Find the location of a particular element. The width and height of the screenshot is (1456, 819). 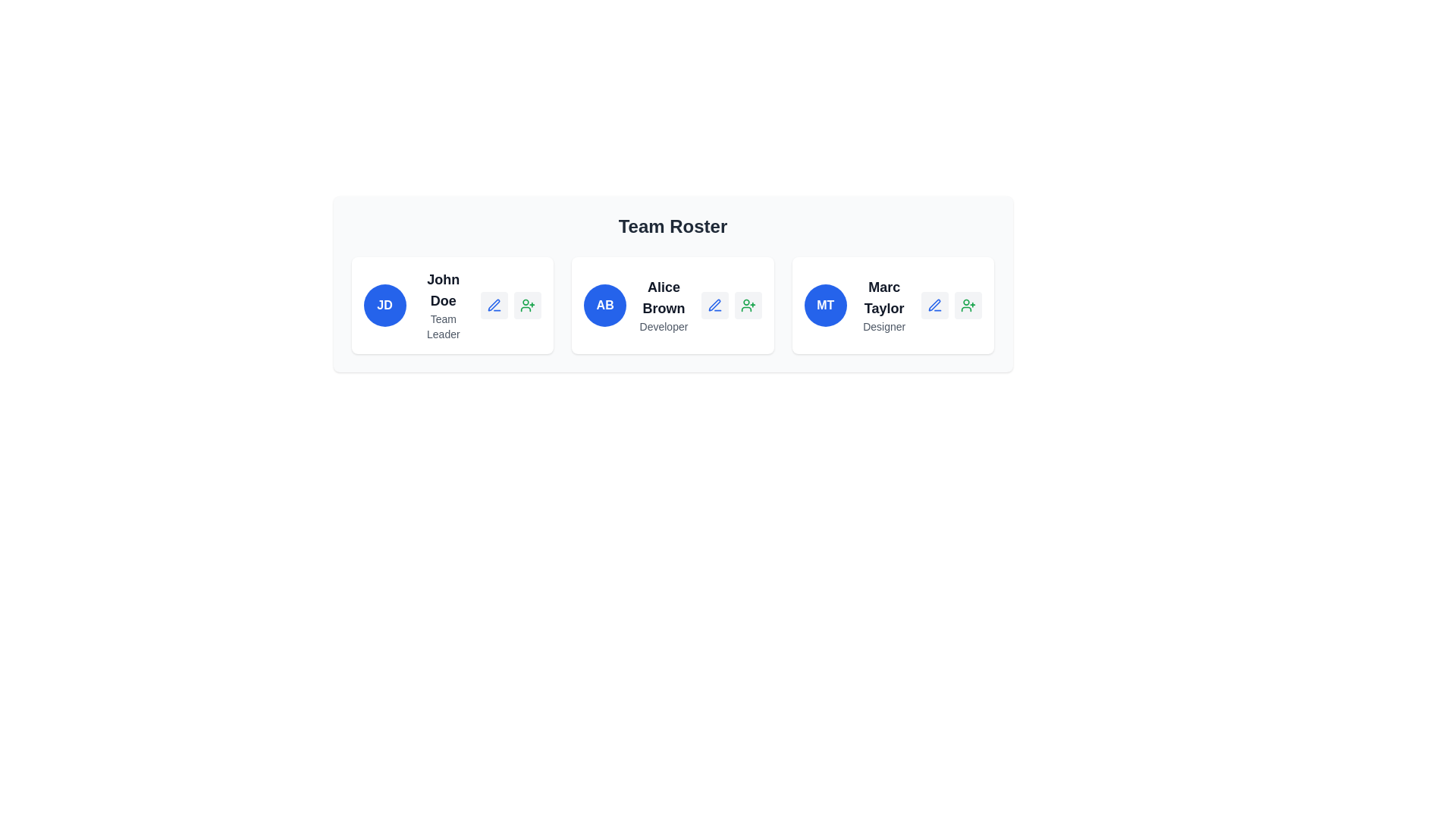

the button that allows users to edit details related to 'Marc Taylor', located within the card to the left of a green icon in the bottom-right corner is located at coordinates (934, 305).